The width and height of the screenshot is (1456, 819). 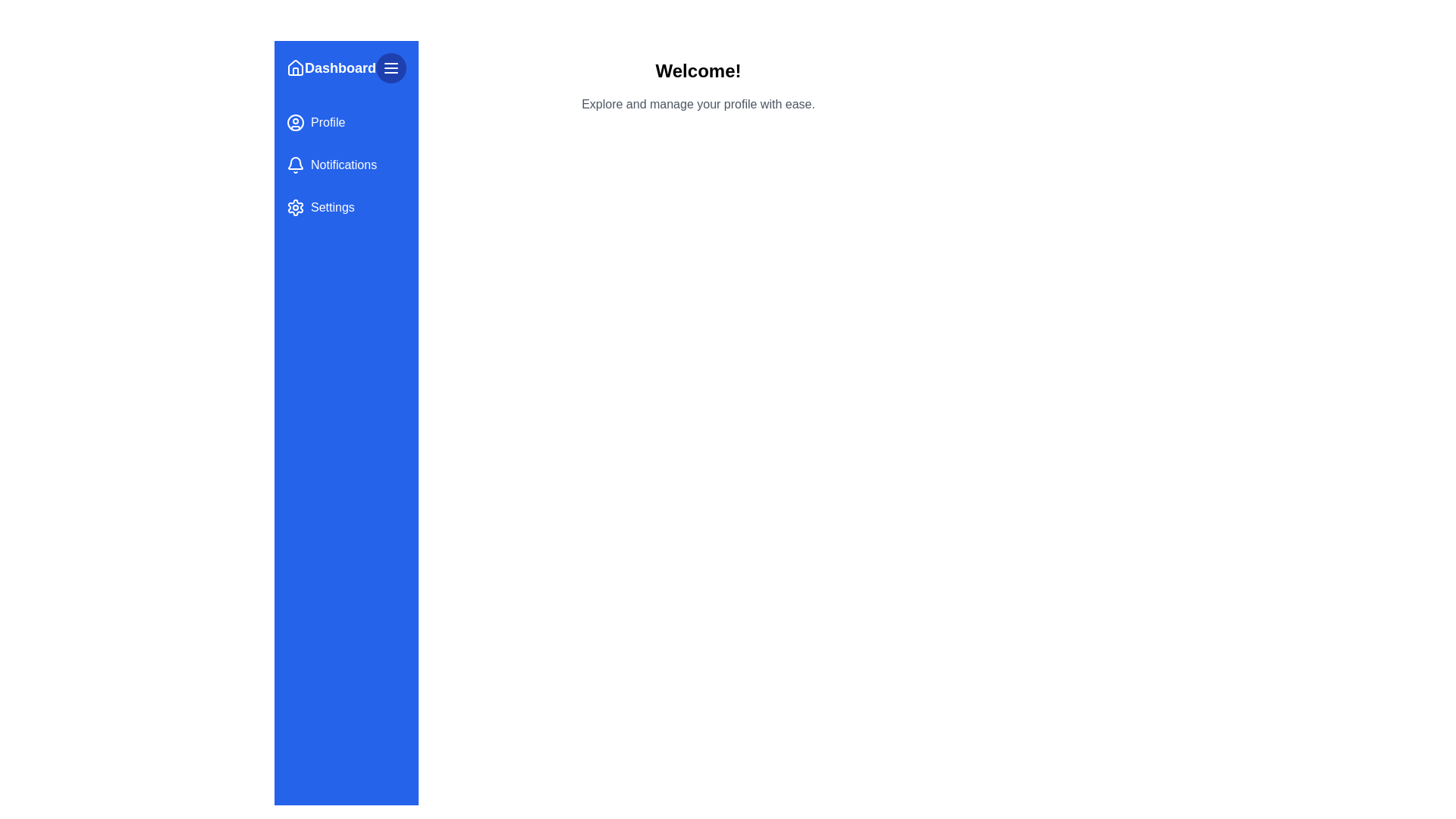 I want to click on the navigation icon located in the top-left side of the interface, adjacent to the 'Dashboard' text and above the menu icon, so click(x=295, y=66).